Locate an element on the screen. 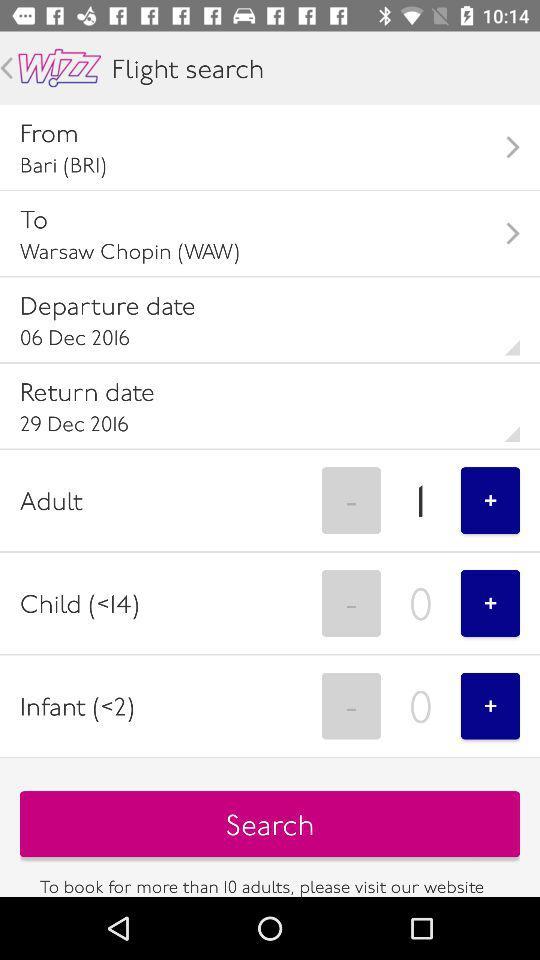 The width and height of the screenshot is (540, 960). go next is located at coordinates (5, 68).